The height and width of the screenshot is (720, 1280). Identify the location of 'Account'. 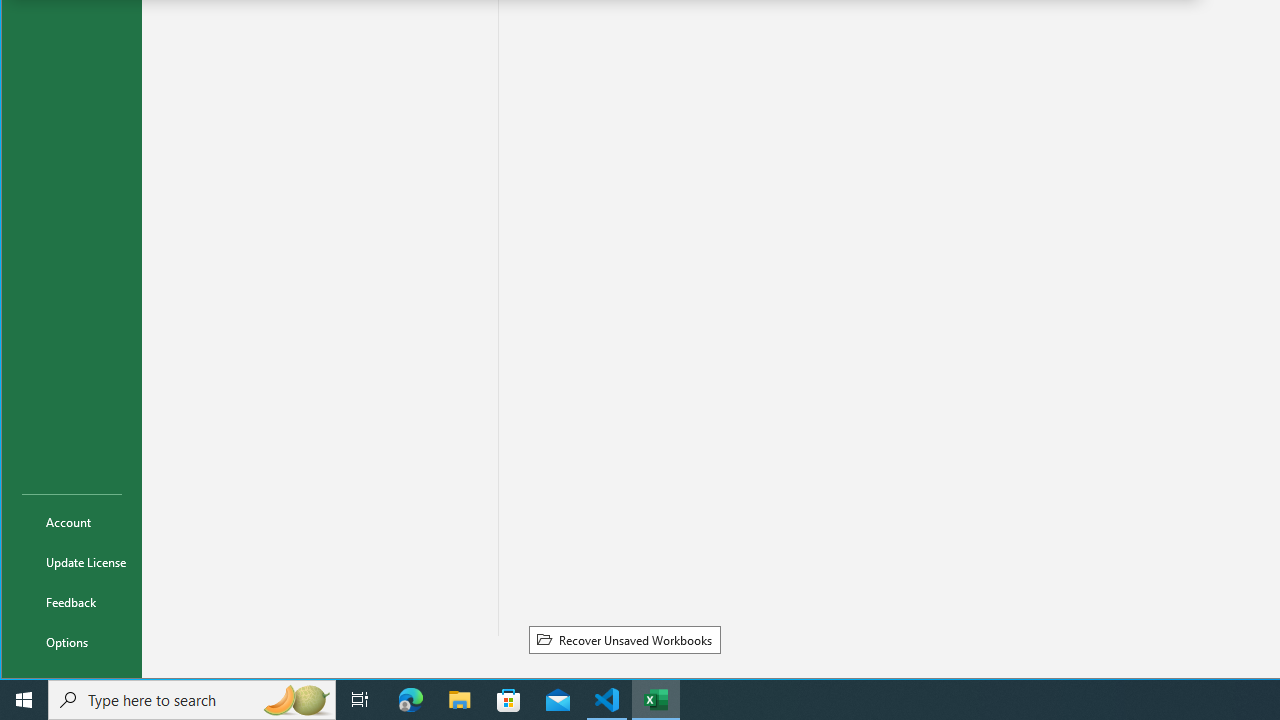
(72, 521).